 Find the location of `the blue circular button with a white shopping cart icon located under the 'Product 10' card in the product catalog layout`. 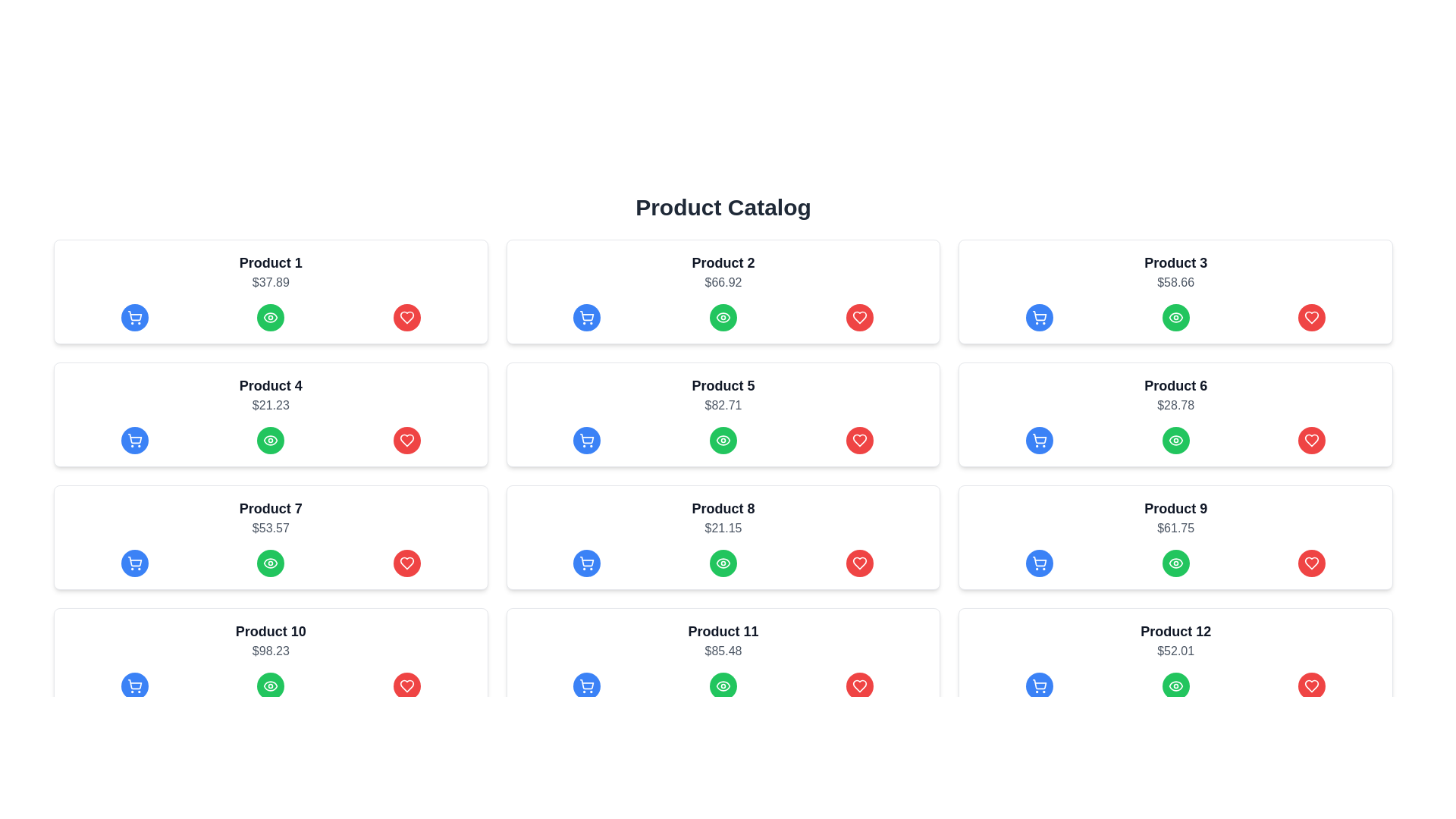

the blue circular button with a white shopping cart icon located under the 'Product 10' card in the product catalog layout is located at coordinates (134, 686).